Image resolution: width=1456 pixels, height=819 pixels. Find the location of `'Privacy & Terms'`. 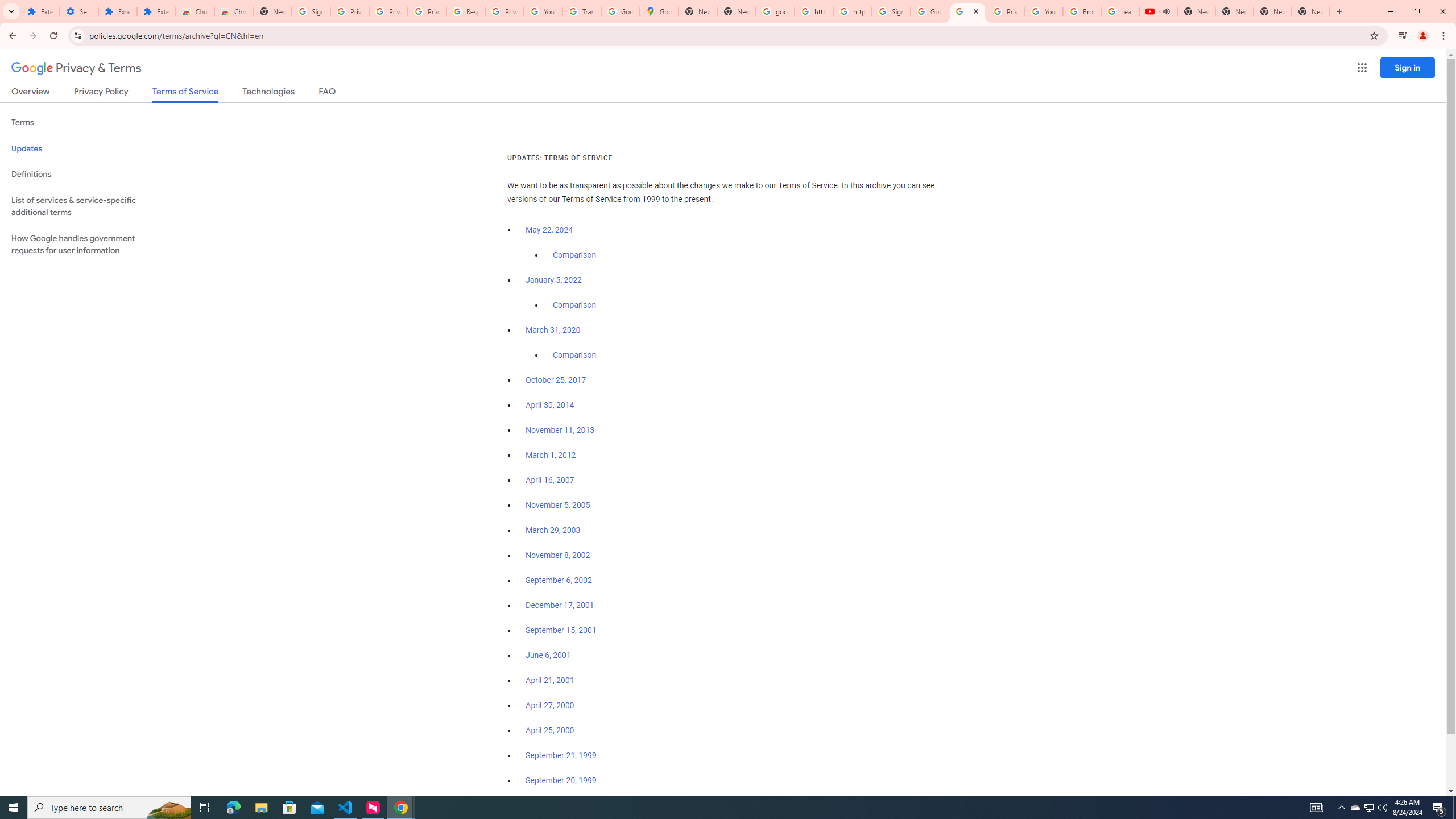

'Privacy & Terms' is located at coordinates (76, 68).